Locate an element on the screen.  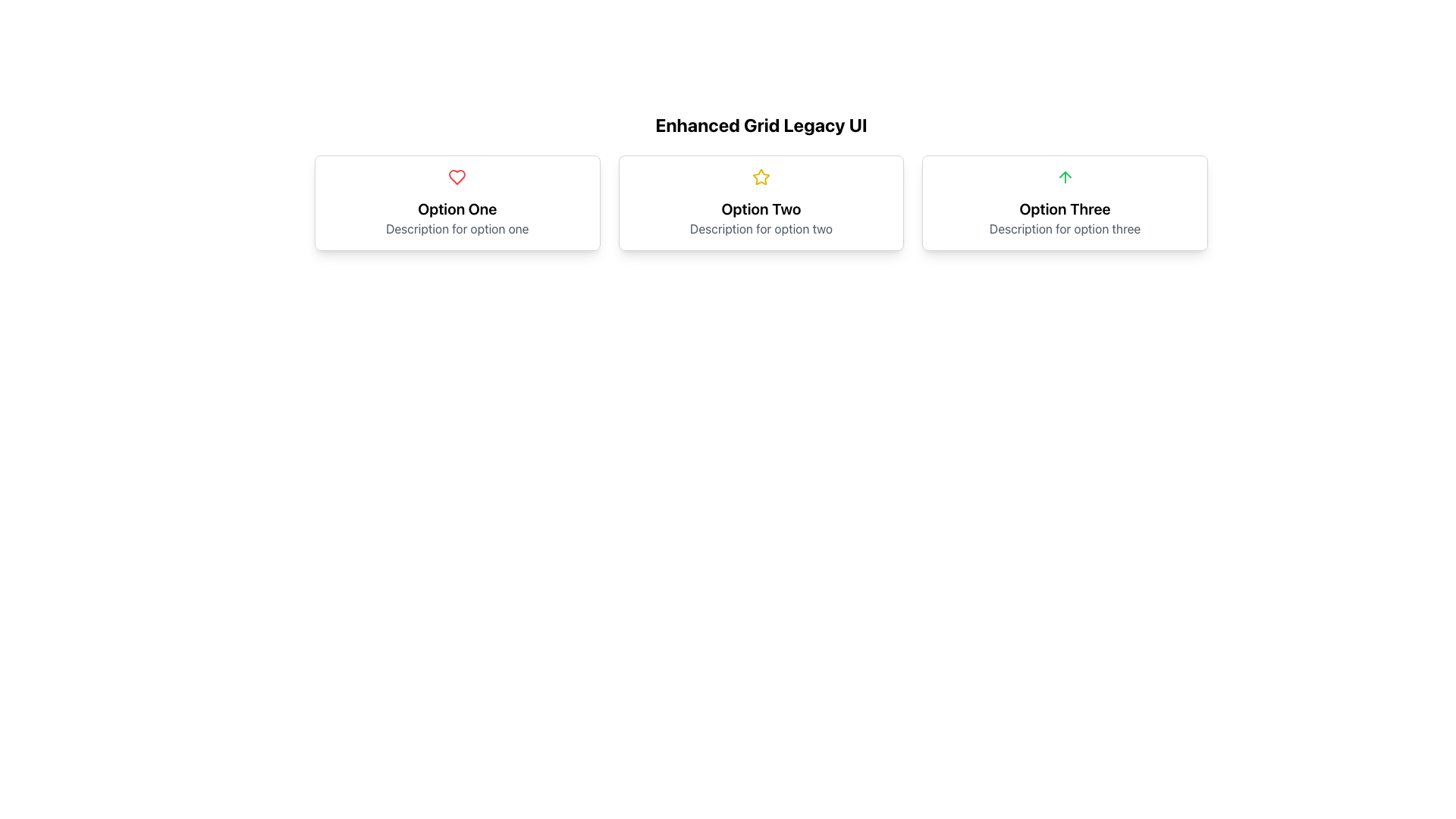
the Text Label that provides supplementary information related to the 'Option Two' feature, positioned below the title 'Option Two' within the middle card layout is located at coordinates (761, 228).